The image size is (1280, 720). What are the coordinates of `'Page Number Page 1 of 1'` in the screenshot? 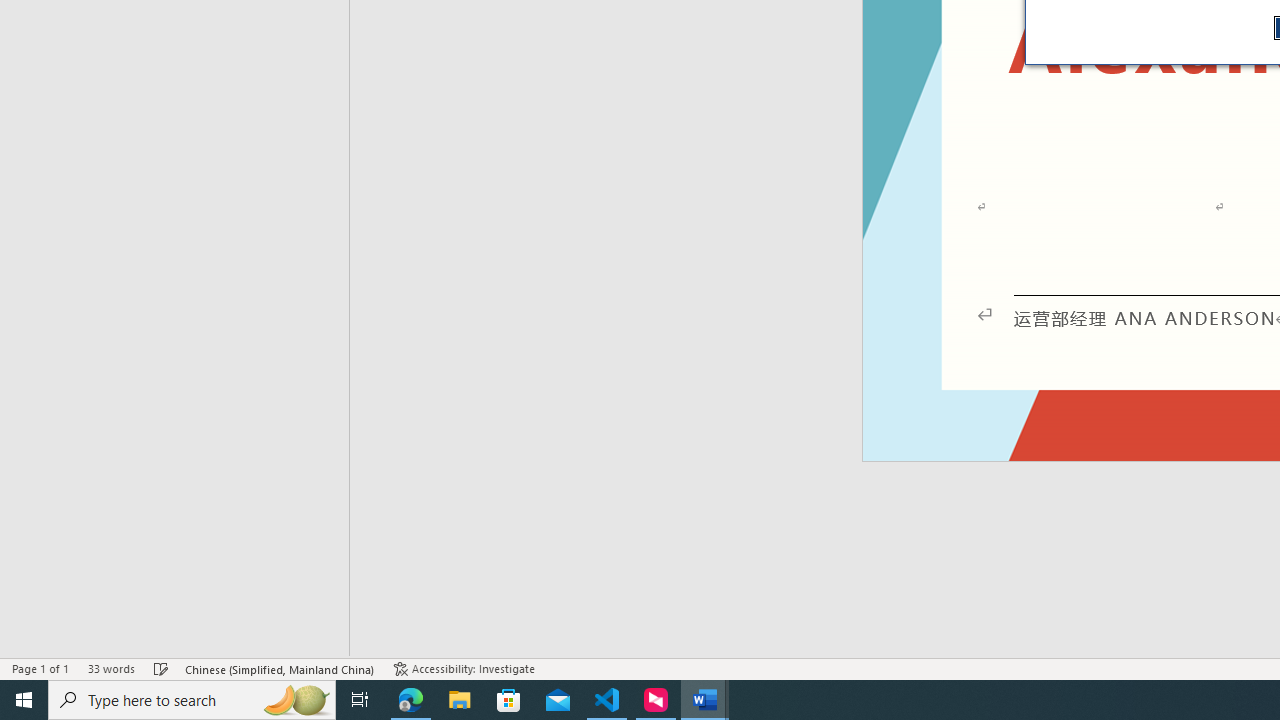 It's located at (40, 669).